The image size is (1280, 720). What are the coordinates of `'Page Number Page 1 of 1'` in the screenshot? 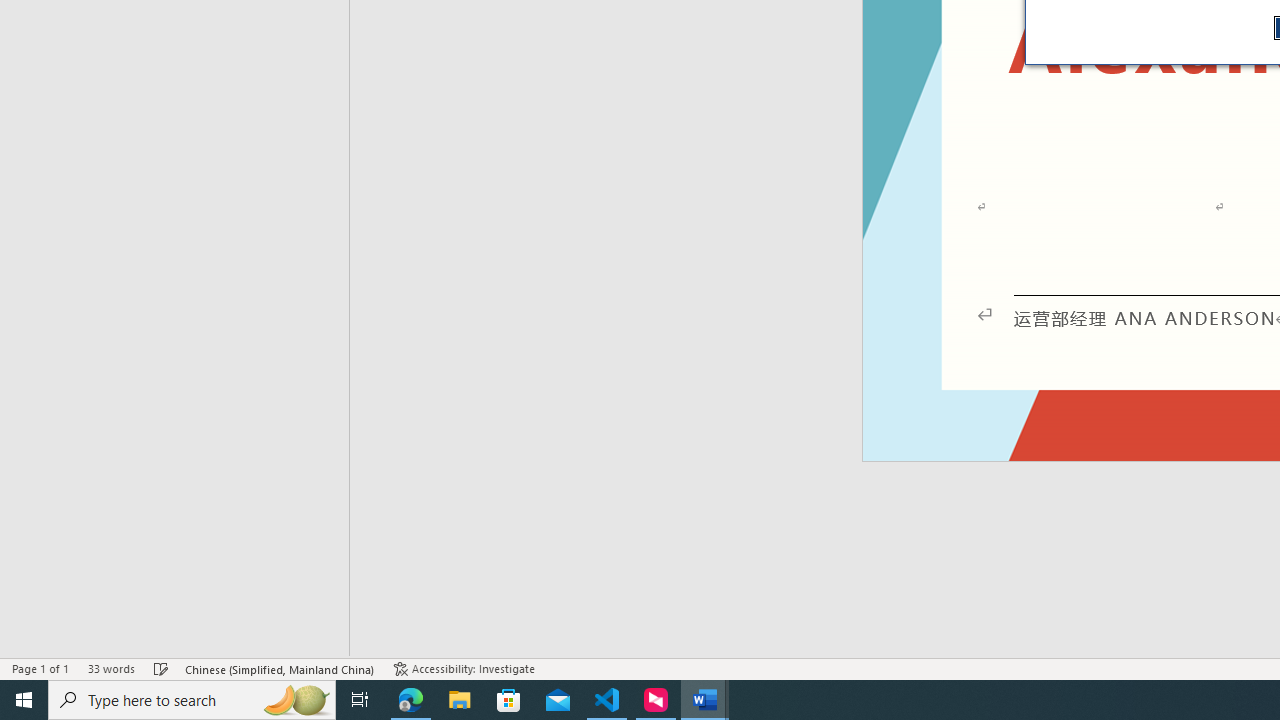 It's located at (40, 669).